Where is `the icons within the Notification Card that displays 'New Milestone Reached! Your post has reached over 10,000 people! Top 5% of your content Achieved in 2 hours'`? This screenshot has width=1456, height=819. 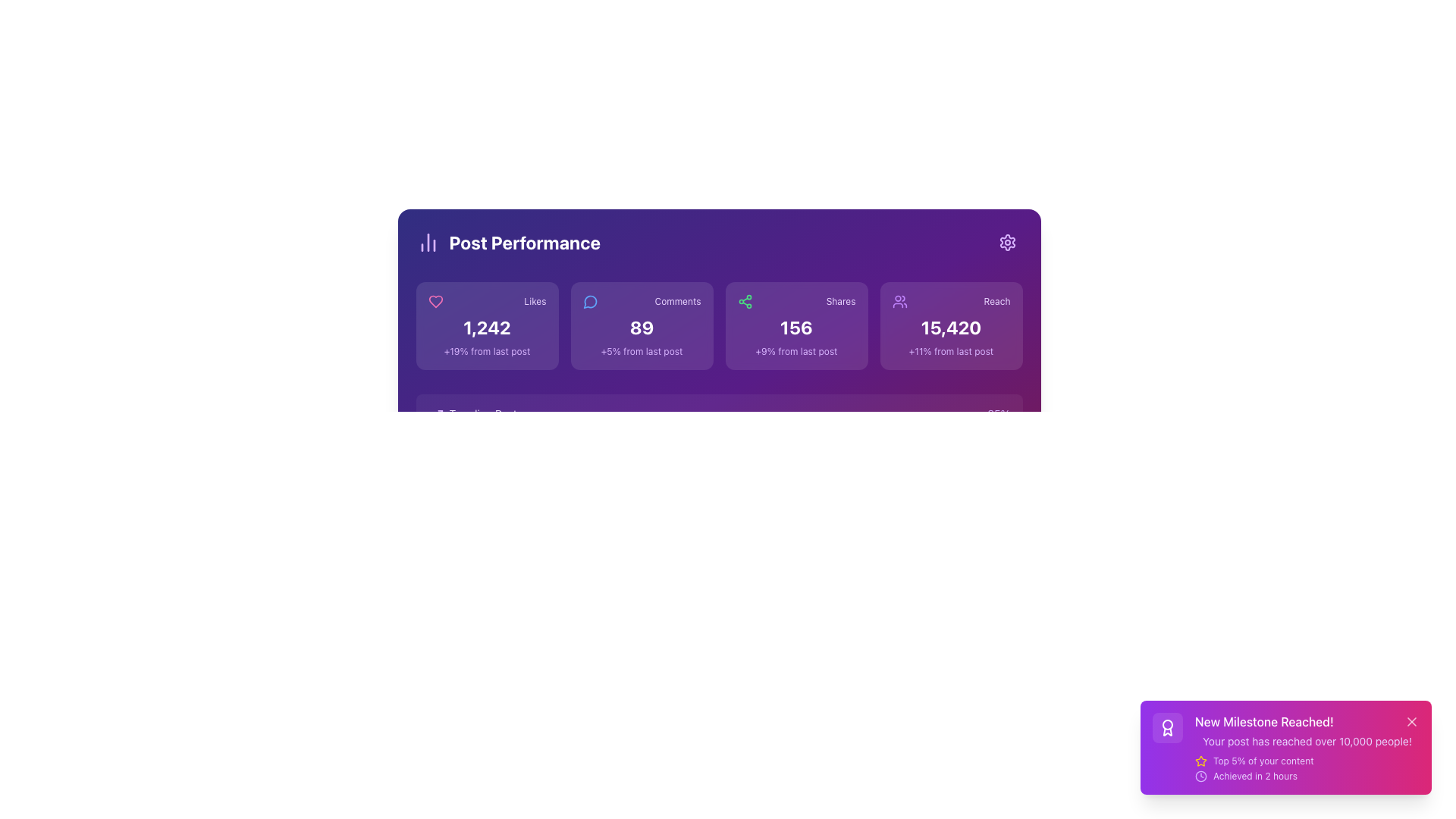 the icons within the Notification Card that displays 'New Milestone Reached! Your post has reached over 10,000 people! Top 5% of your content Achieved in 2 hours' is located at coordinates (1306, 747).